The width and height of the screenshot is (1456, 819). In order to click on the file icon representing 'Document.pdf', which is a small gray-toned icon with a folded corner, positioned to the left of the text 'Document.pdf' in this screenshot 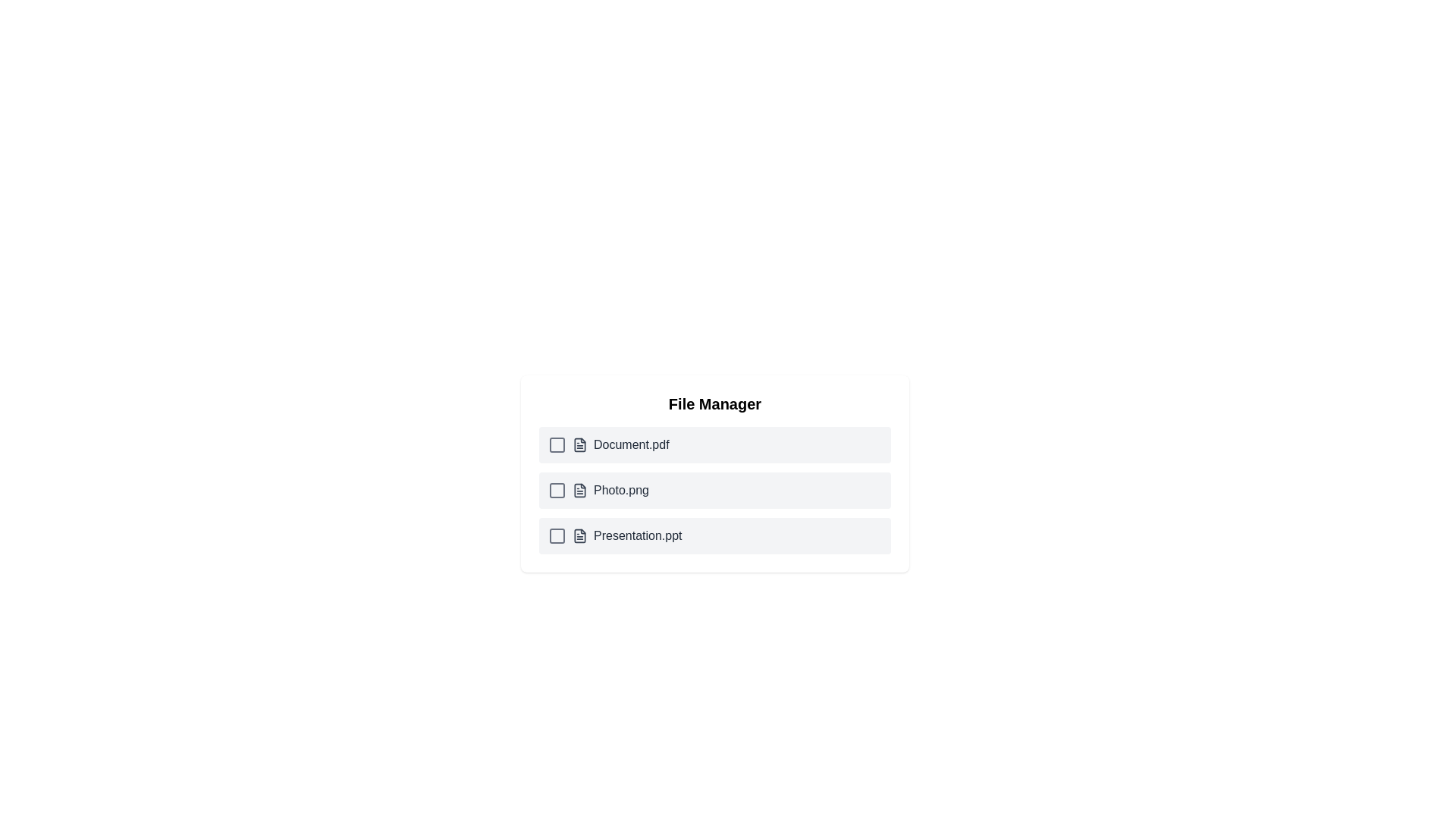, I will do `click(579, 444)`.